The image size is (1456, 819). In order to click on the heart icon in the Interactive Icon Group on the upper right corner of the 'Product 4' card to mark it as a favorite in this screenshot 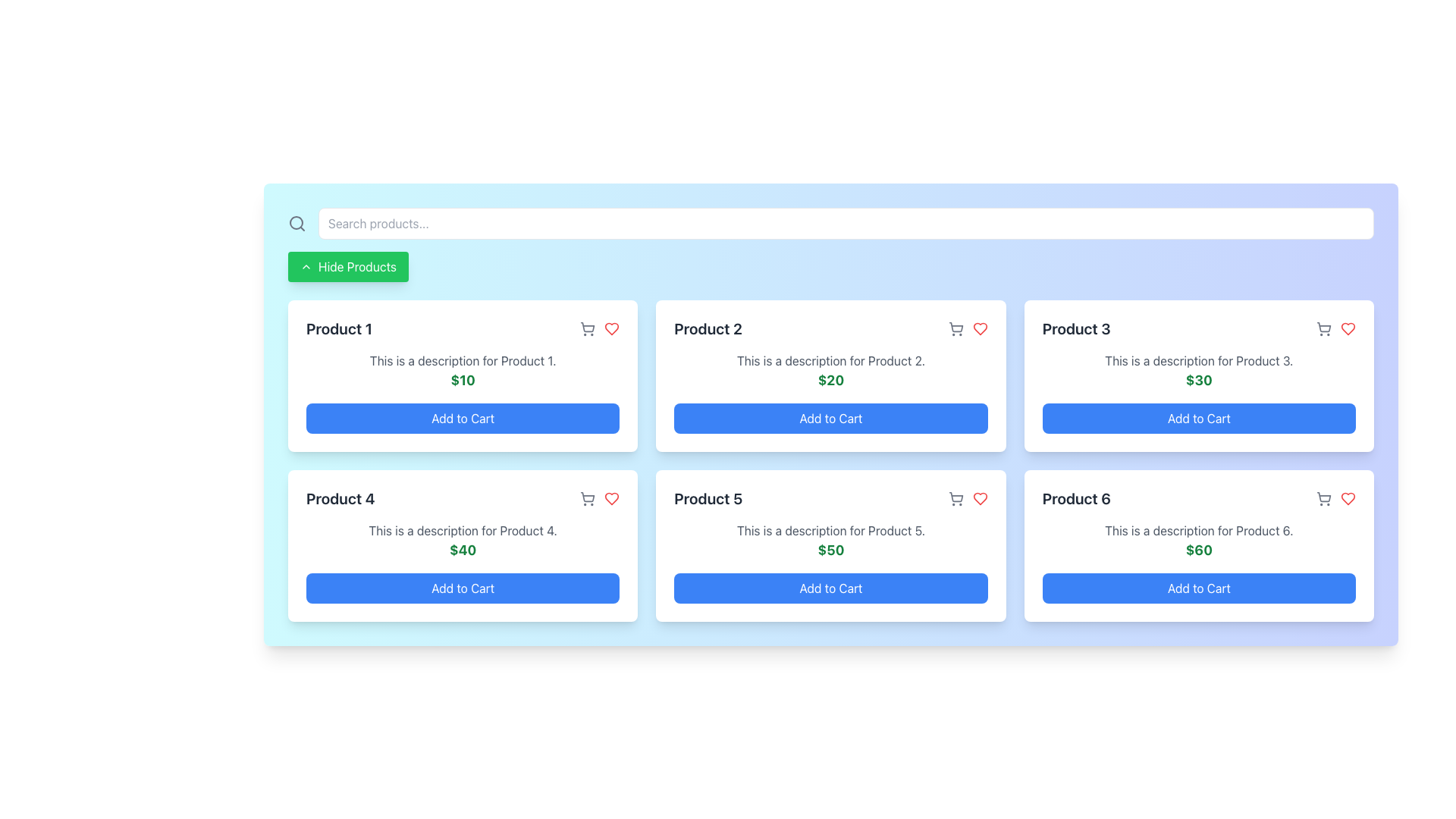, I will do `click(599, 499)`.